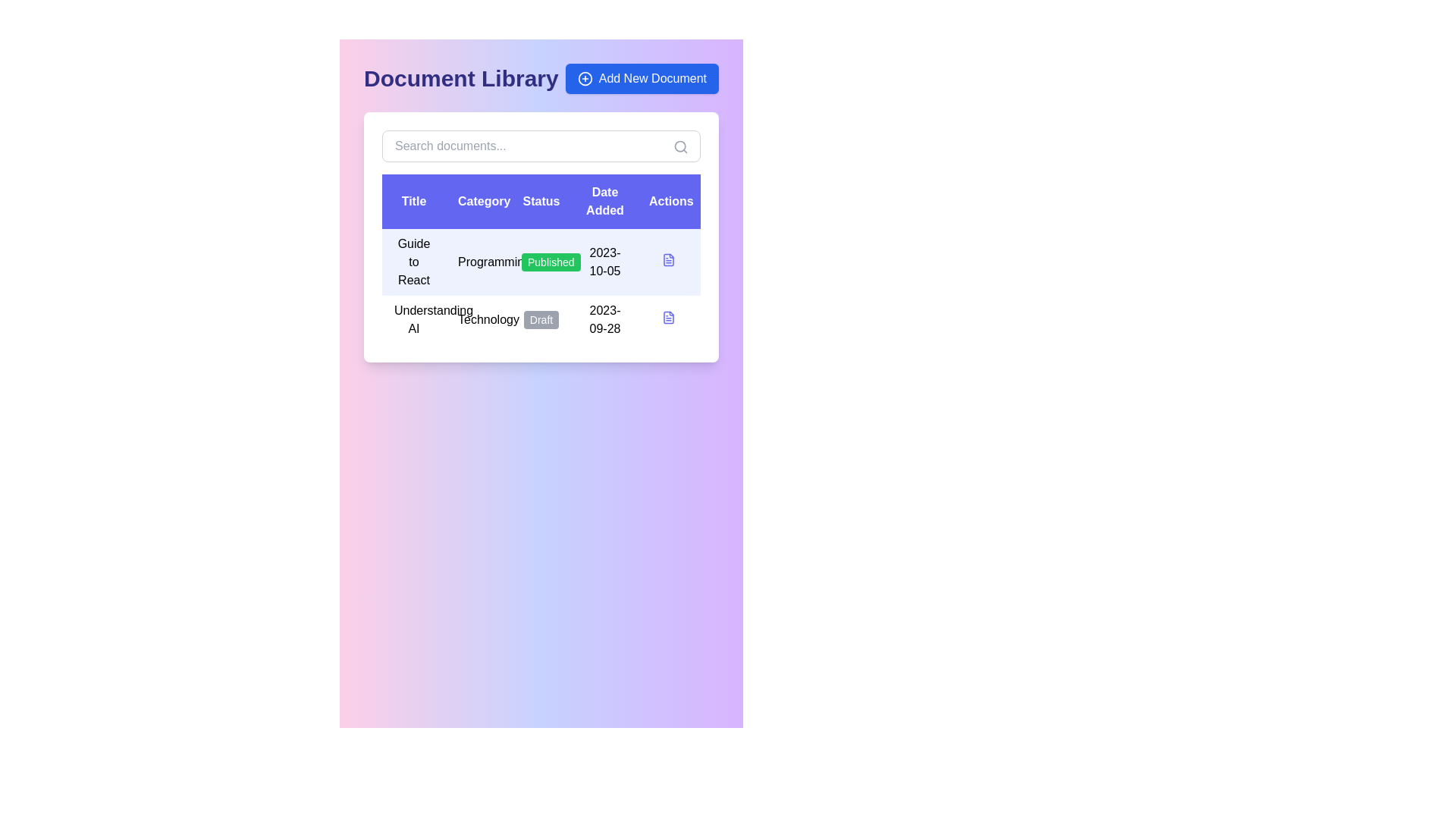  Describe the element at coordinates (668, 259) in the screenshot. I see `the Icon button resembling a document or file in the Actions column of the second row corresponding to the 'Understanding AI' entry` at that location.